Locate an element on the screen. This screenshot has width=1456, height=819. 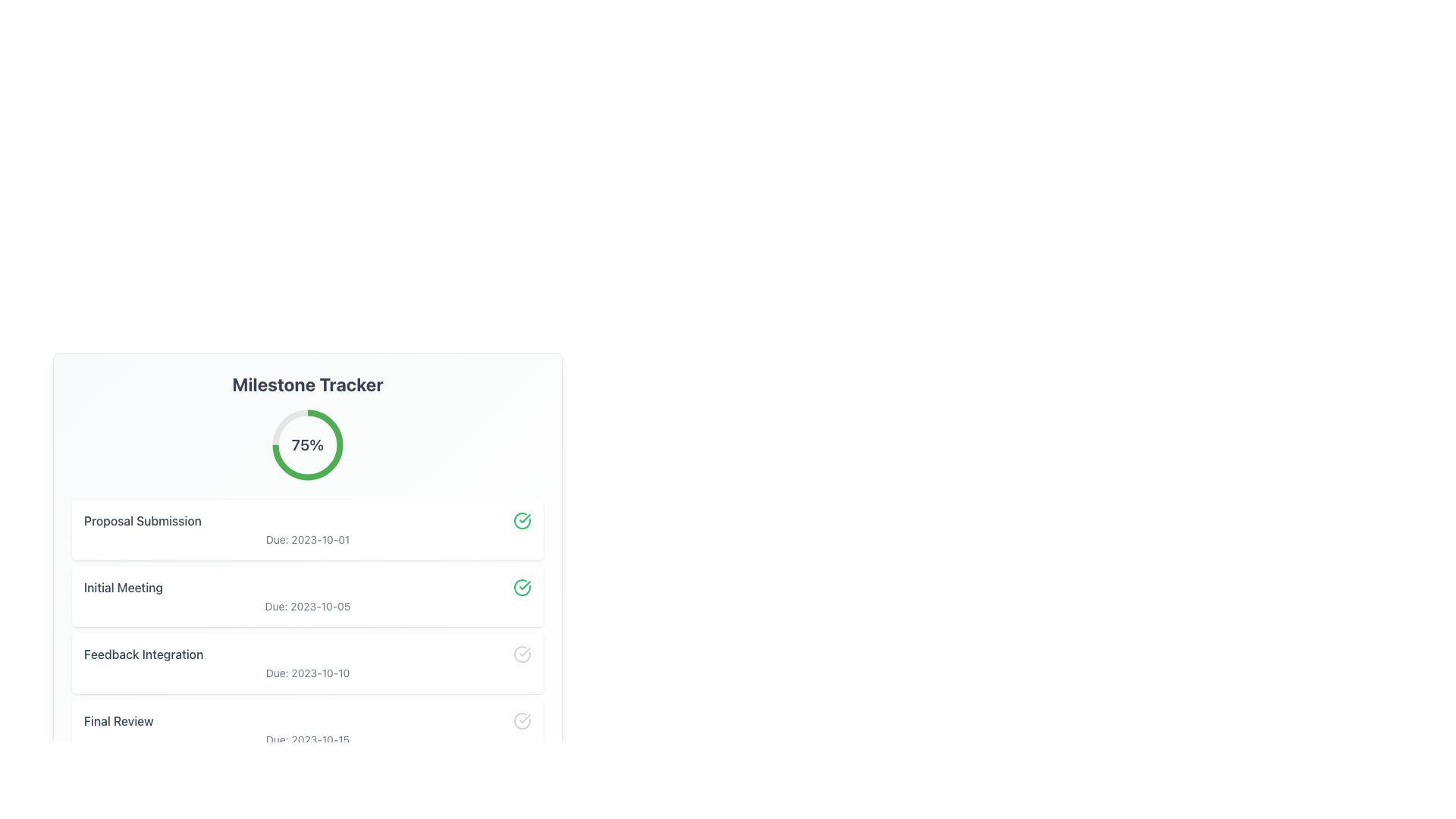
the List Item titled 'Feedback Integration' which has a white background, rounded corners, and contains the due date 'Due: 2023-10-10' is located at coordinates (307, 663).